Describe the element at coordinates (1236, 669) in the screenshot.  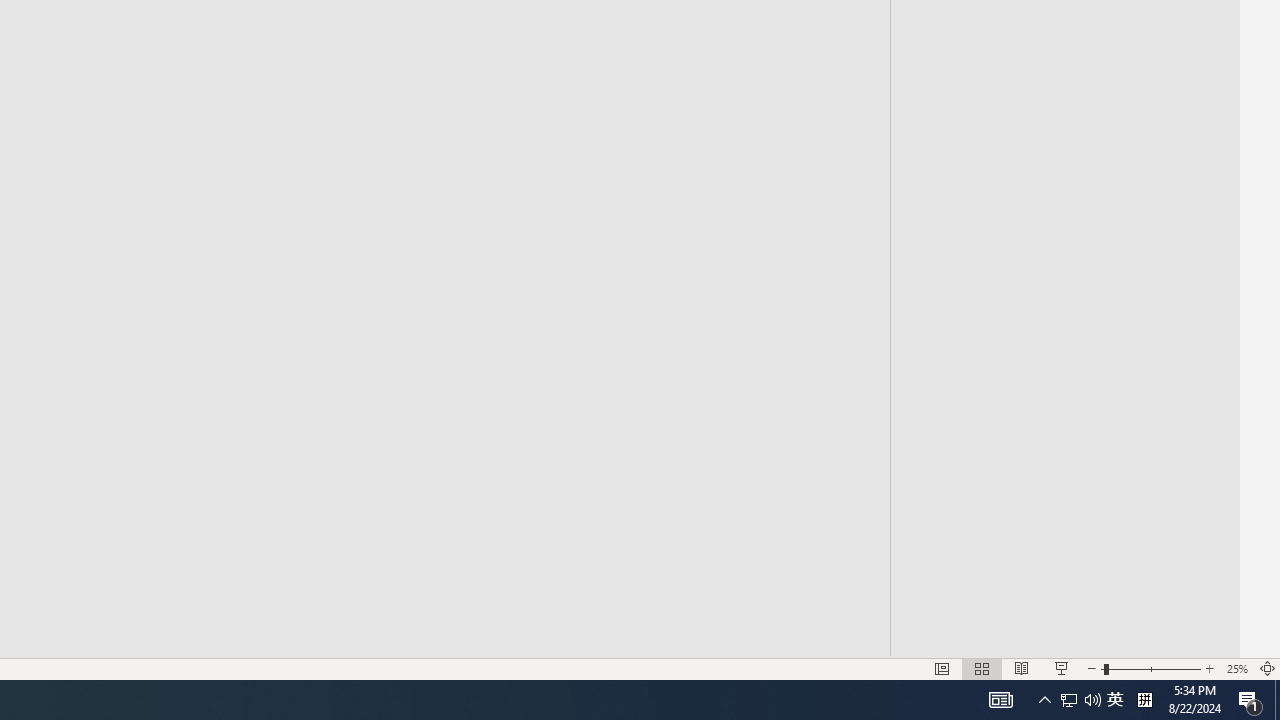
I see `'Zoom 25%'` at that location.